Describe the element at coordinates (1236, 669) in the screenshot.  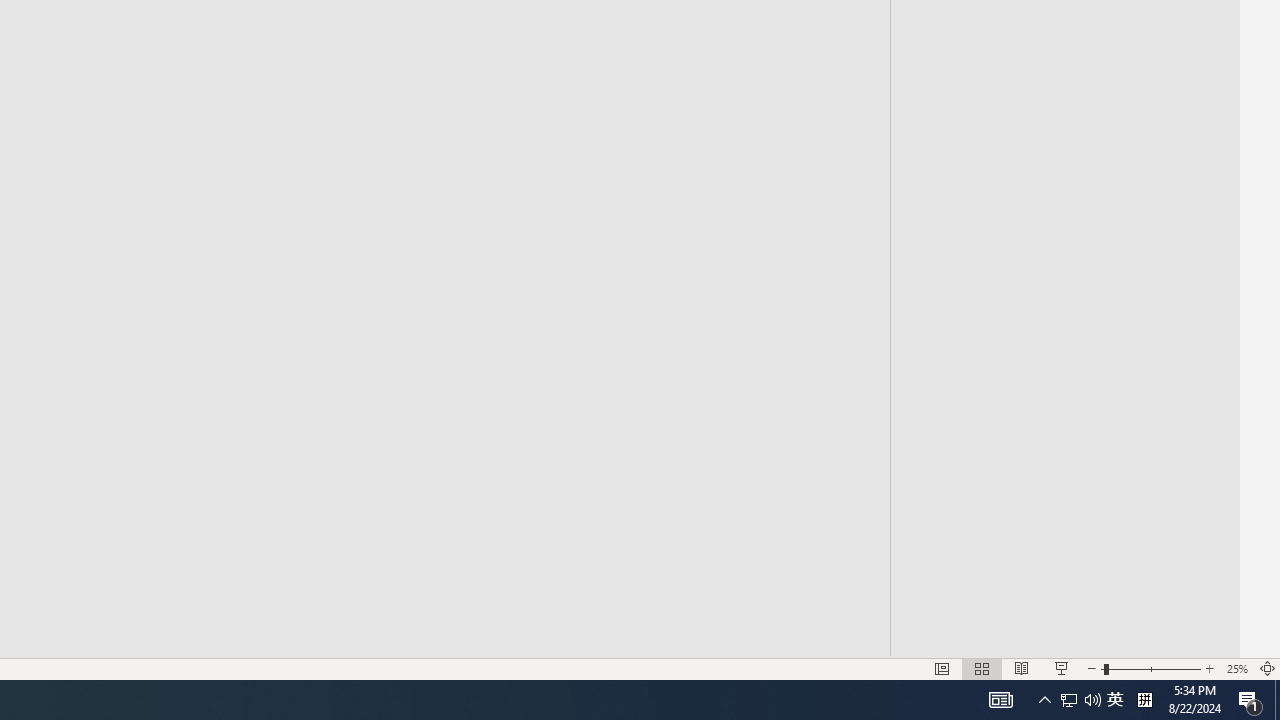
I see `'Zoom 25%'` at that location.